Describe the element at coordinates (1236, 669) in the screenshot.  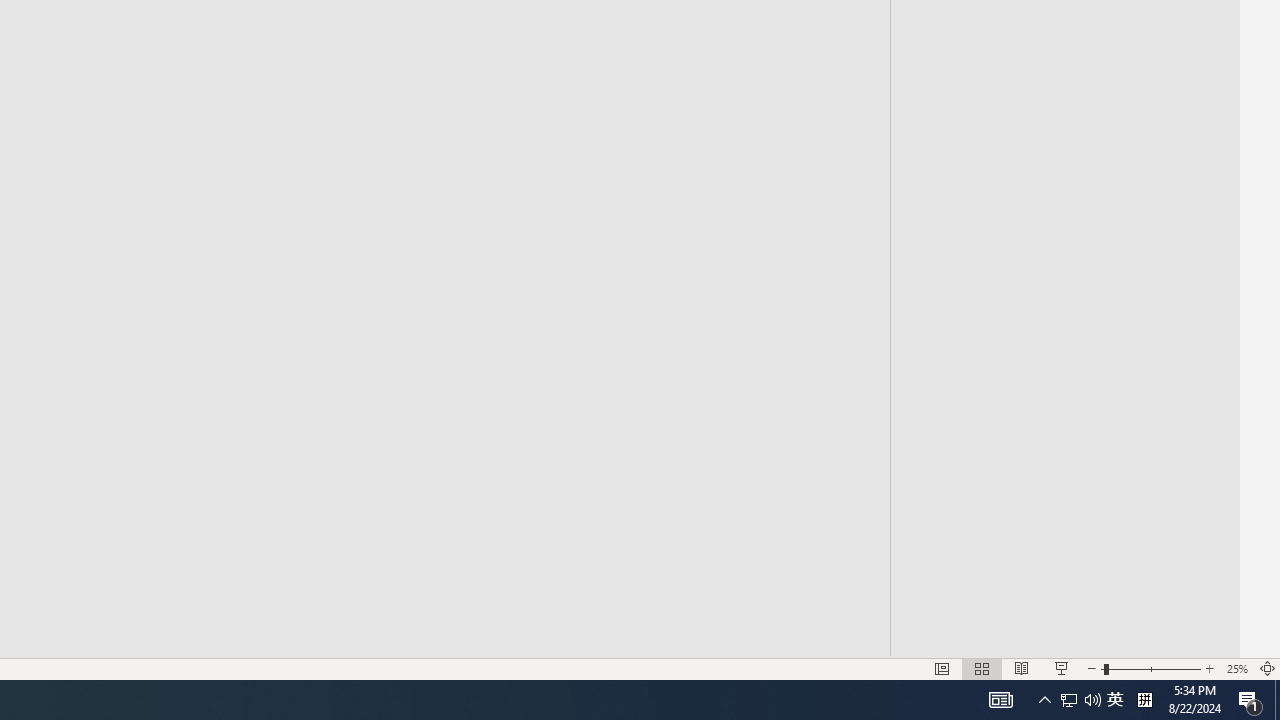
I see `'Zoom 25%'` at that location.